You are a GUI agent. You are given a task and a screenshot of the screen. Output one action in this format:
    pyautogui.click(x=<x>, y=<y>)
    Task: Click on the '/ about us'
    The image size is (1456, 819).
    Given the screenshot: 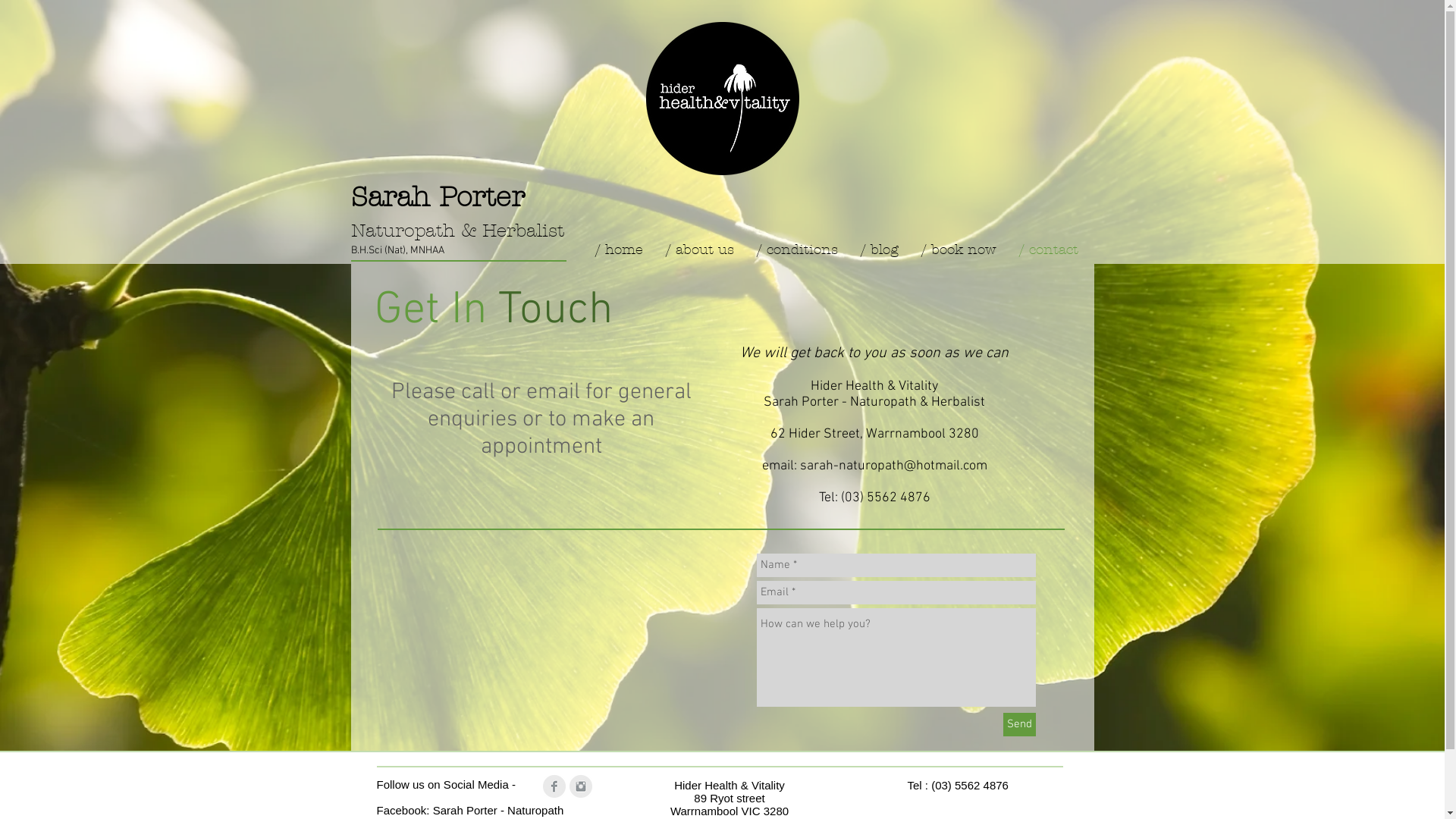 What is the action you would take?
    pyautogui.click(x=654, y=249)
    